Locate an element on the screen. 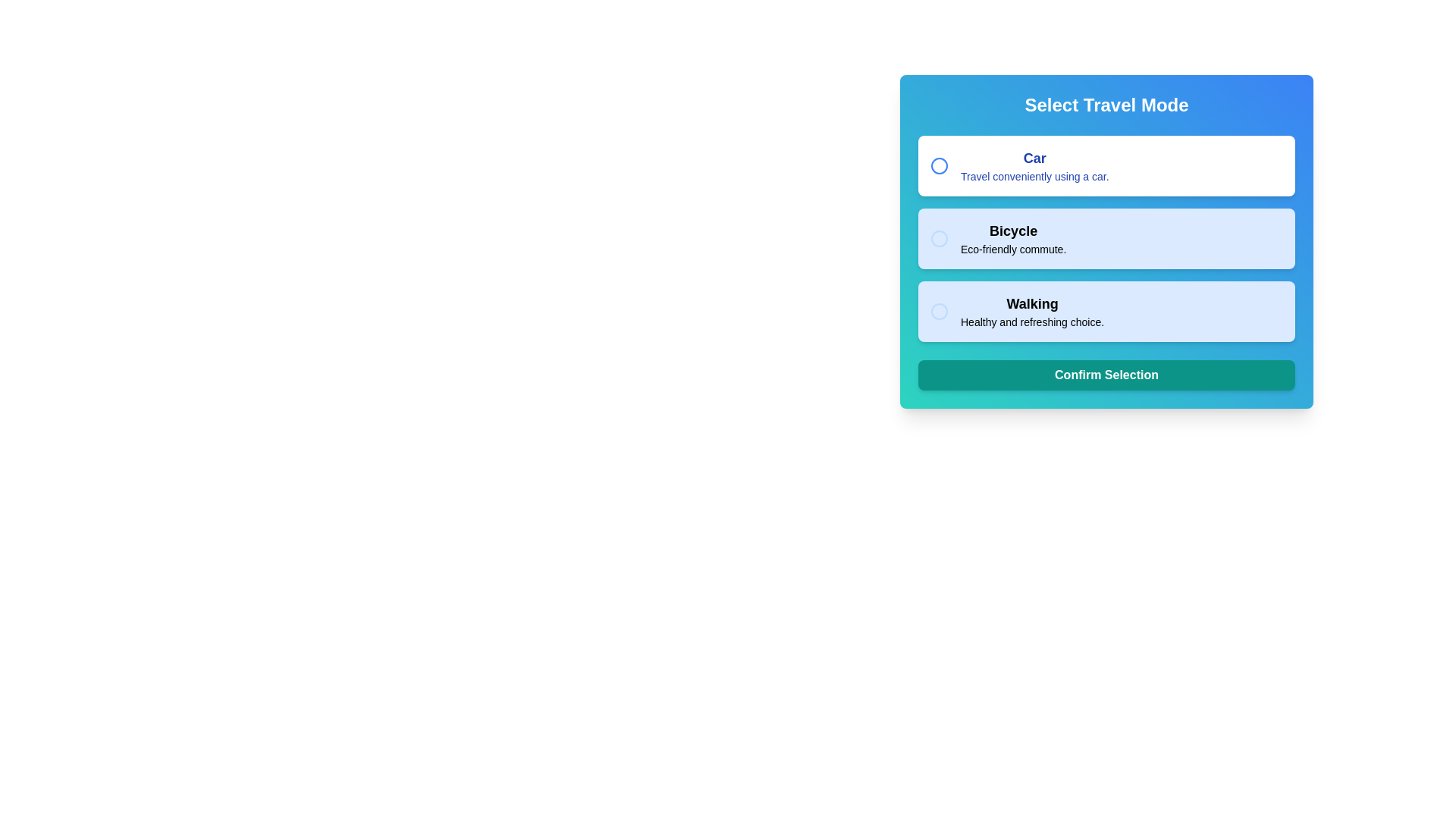 The image size is (1456, 819). the text element displaying 'Healthy and refreshing choice.' located beneath the bold text 'Walking' in the travel modes selection interface is located at coordinates (1031, 321).